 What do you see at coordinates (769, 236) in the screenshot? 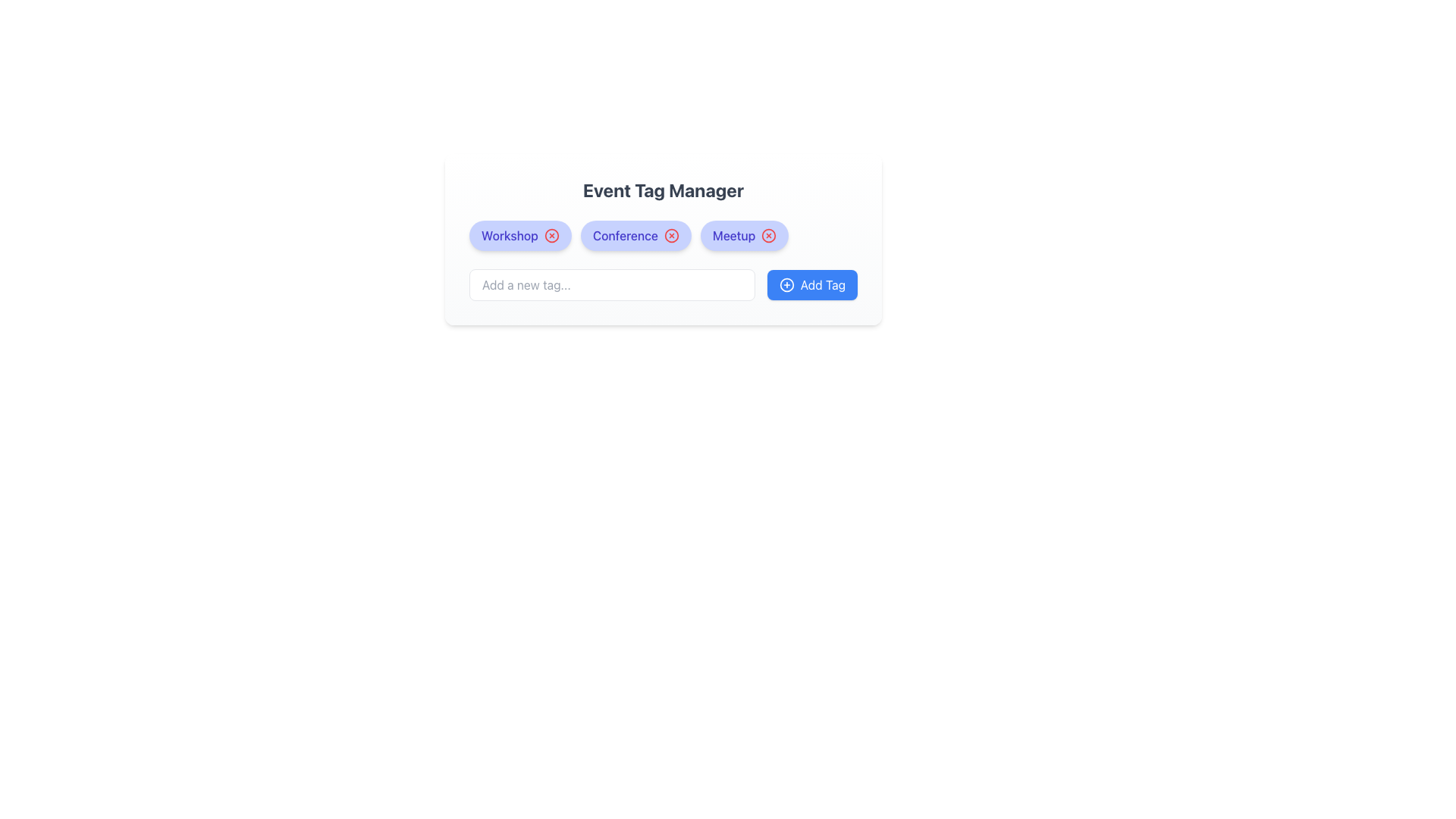
I see `the close or delete button icon for the 'Meetup' tag` at bounding box center [769, 236].